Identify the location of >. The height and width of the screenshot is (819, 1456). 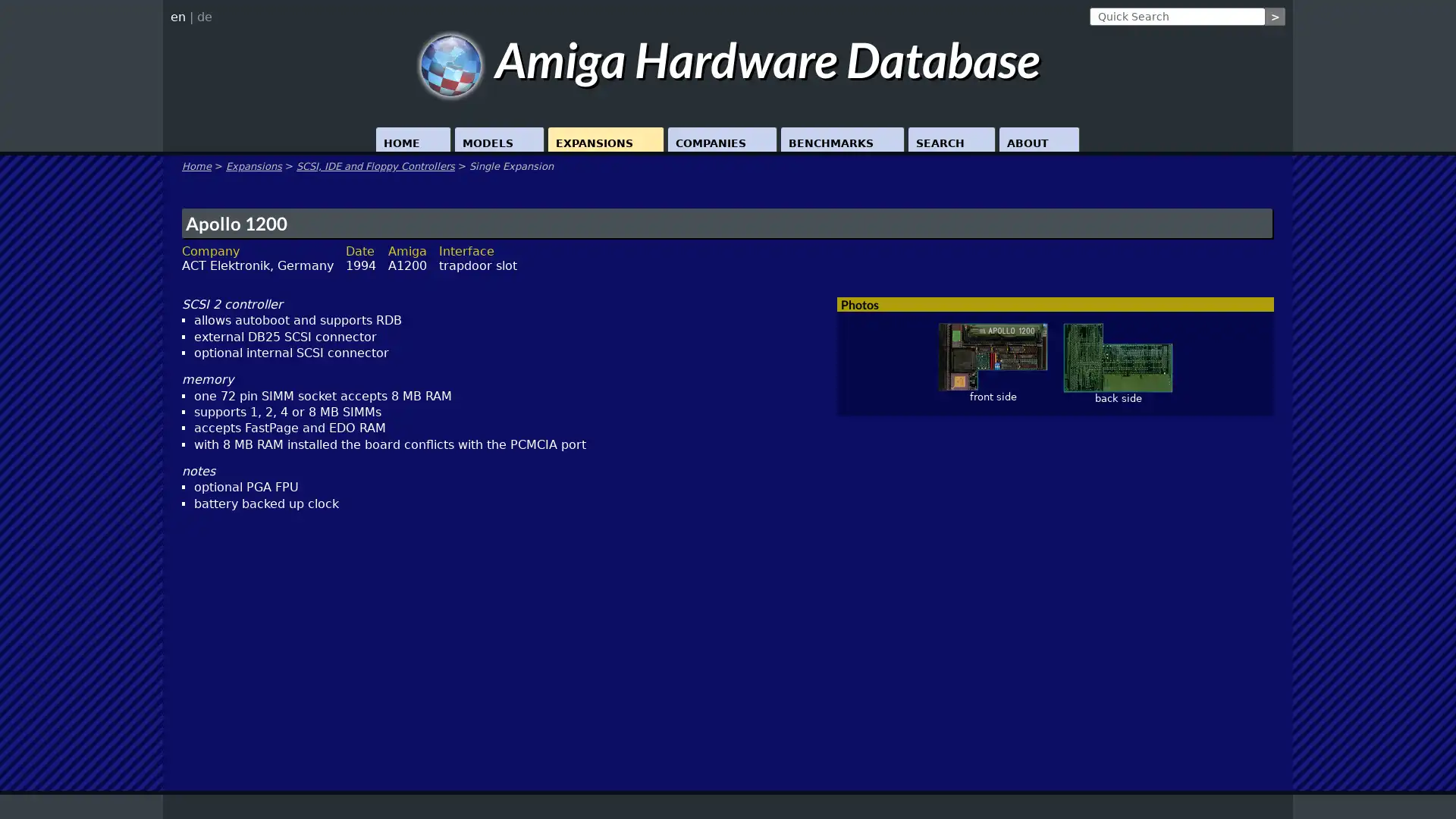
(1274, 17).